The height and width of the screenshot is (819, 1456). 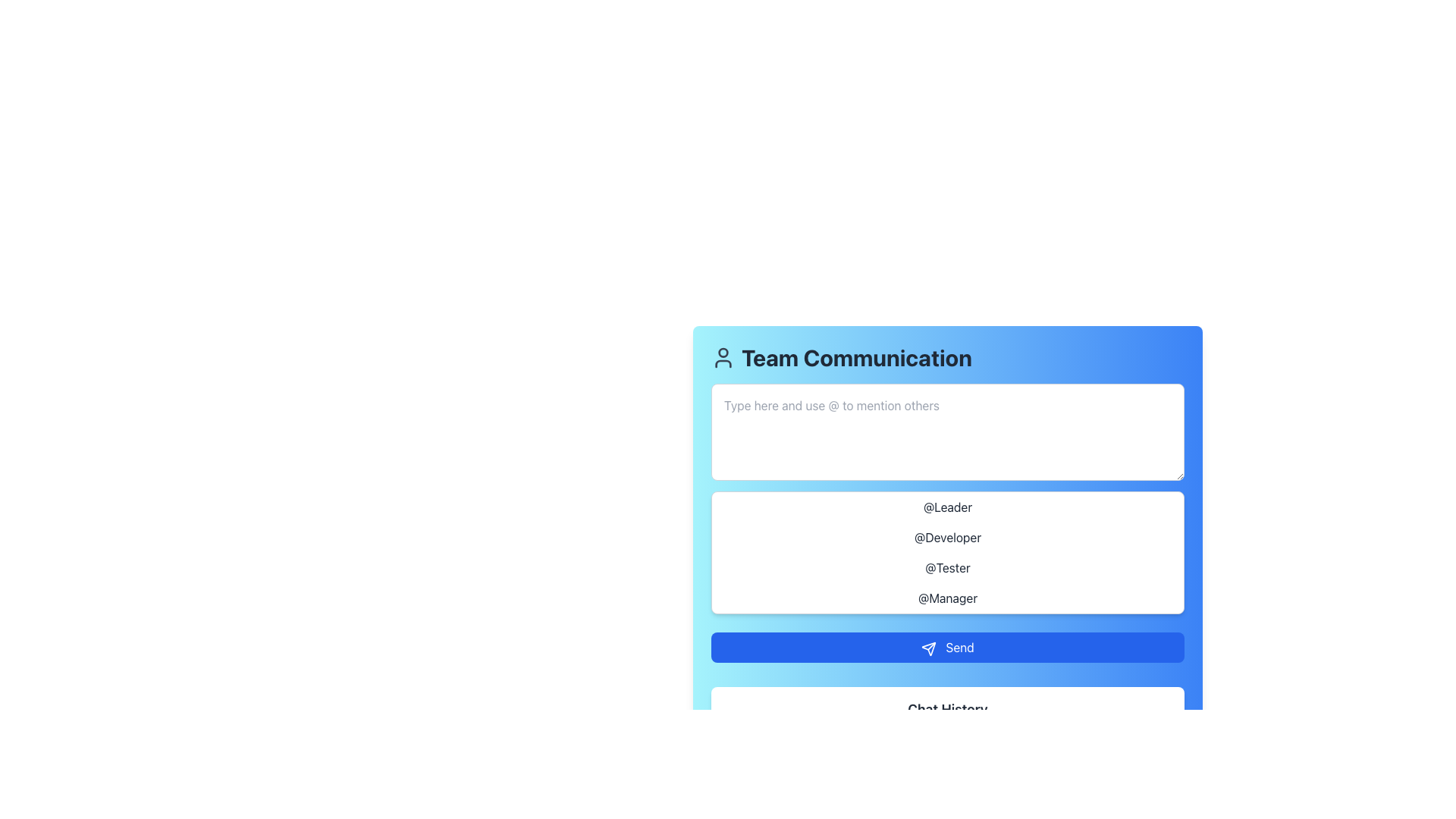 I want to click on the selectable label '@Developer', so click(x=946, y=537).